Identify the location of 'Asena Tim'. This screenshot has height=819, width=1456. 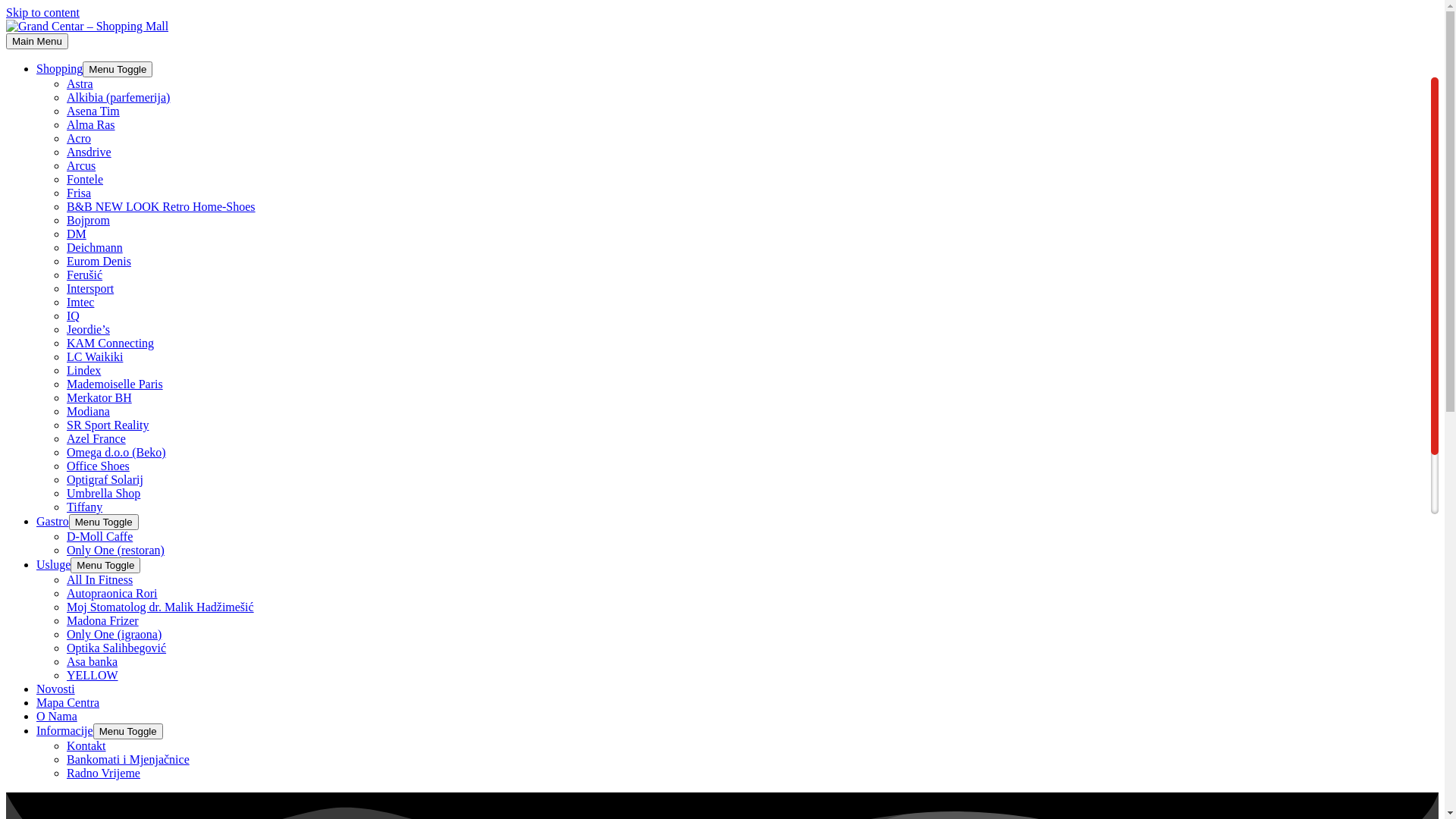
(93, 110).